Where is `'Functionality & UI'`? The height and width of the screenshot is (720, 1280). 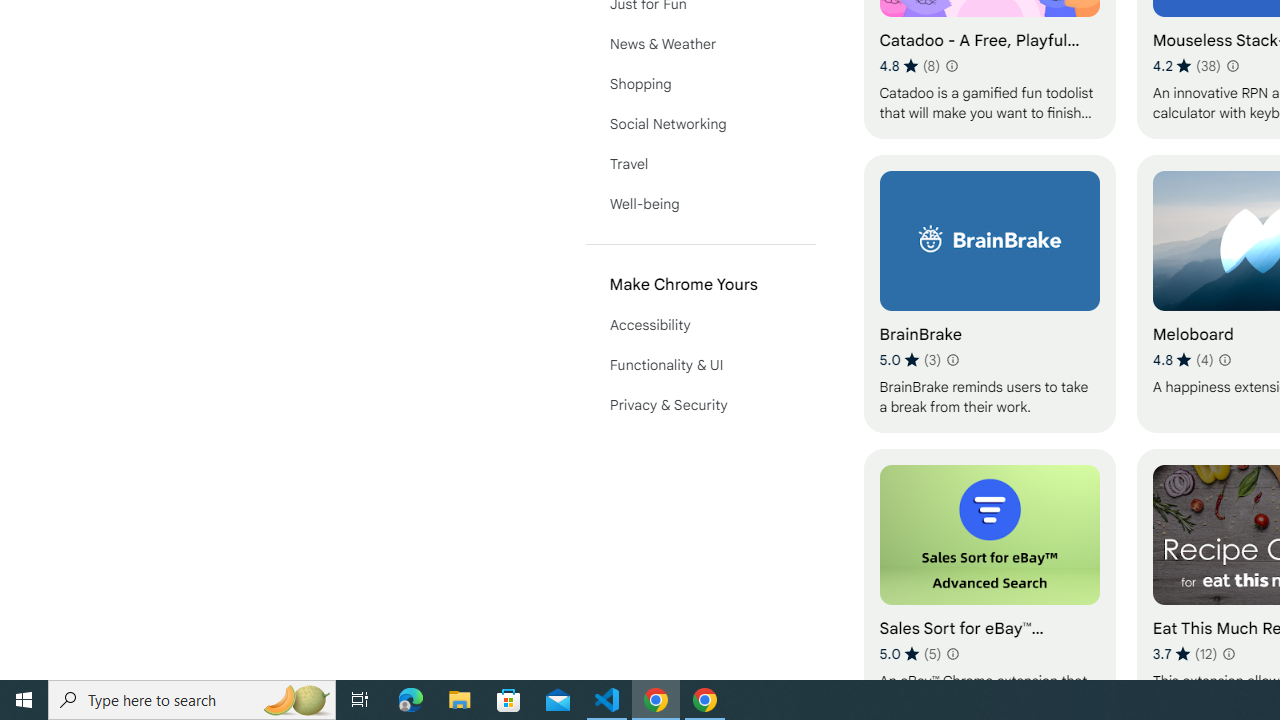
'Functionality & UI' is located at coordinates (700, 365).